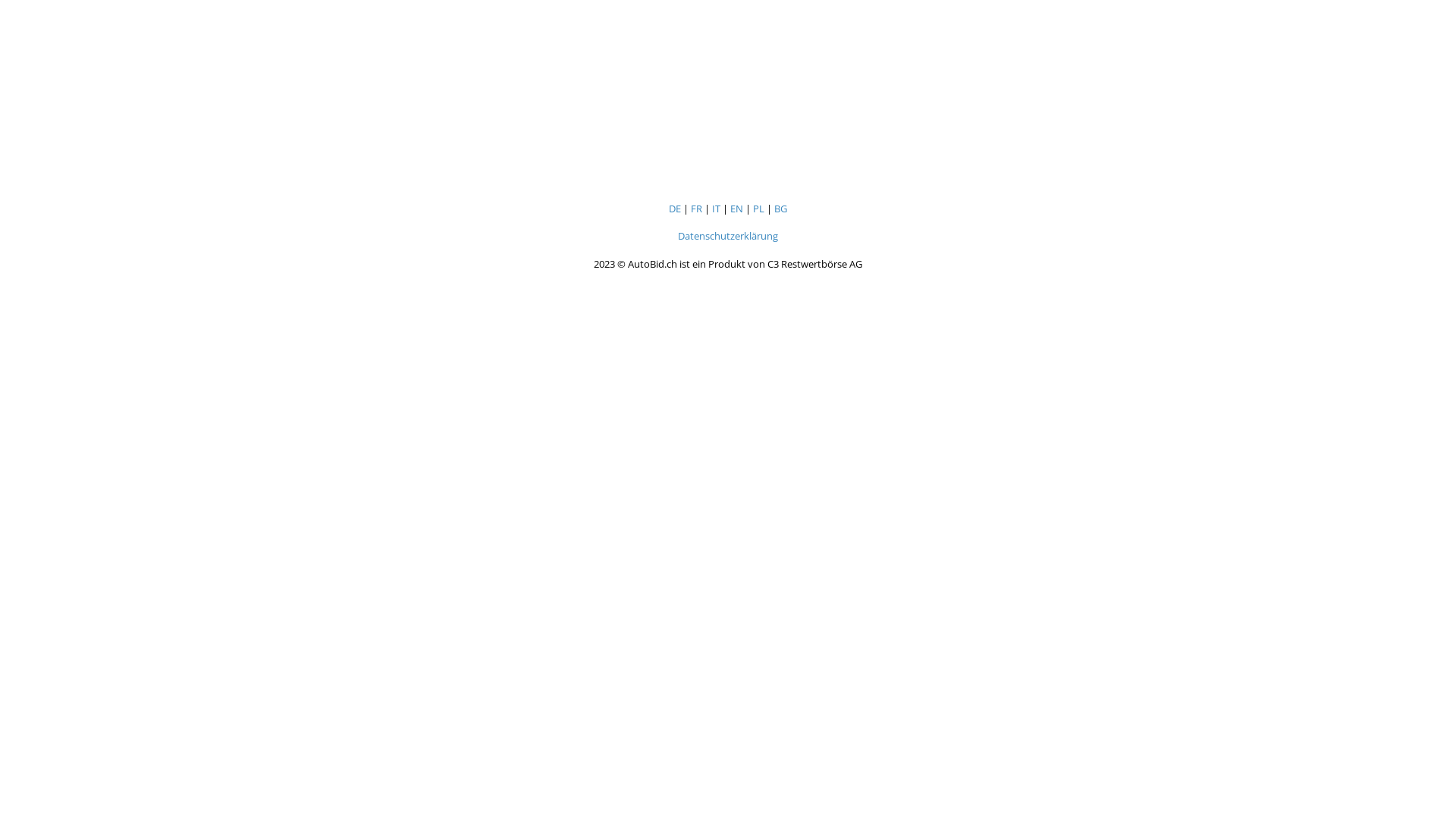 Image resolution: width=1456 pixels, height=819 pixels. Describe the element at coordinates (668, 208) in the screenshot. I see `'DE'` at that location.